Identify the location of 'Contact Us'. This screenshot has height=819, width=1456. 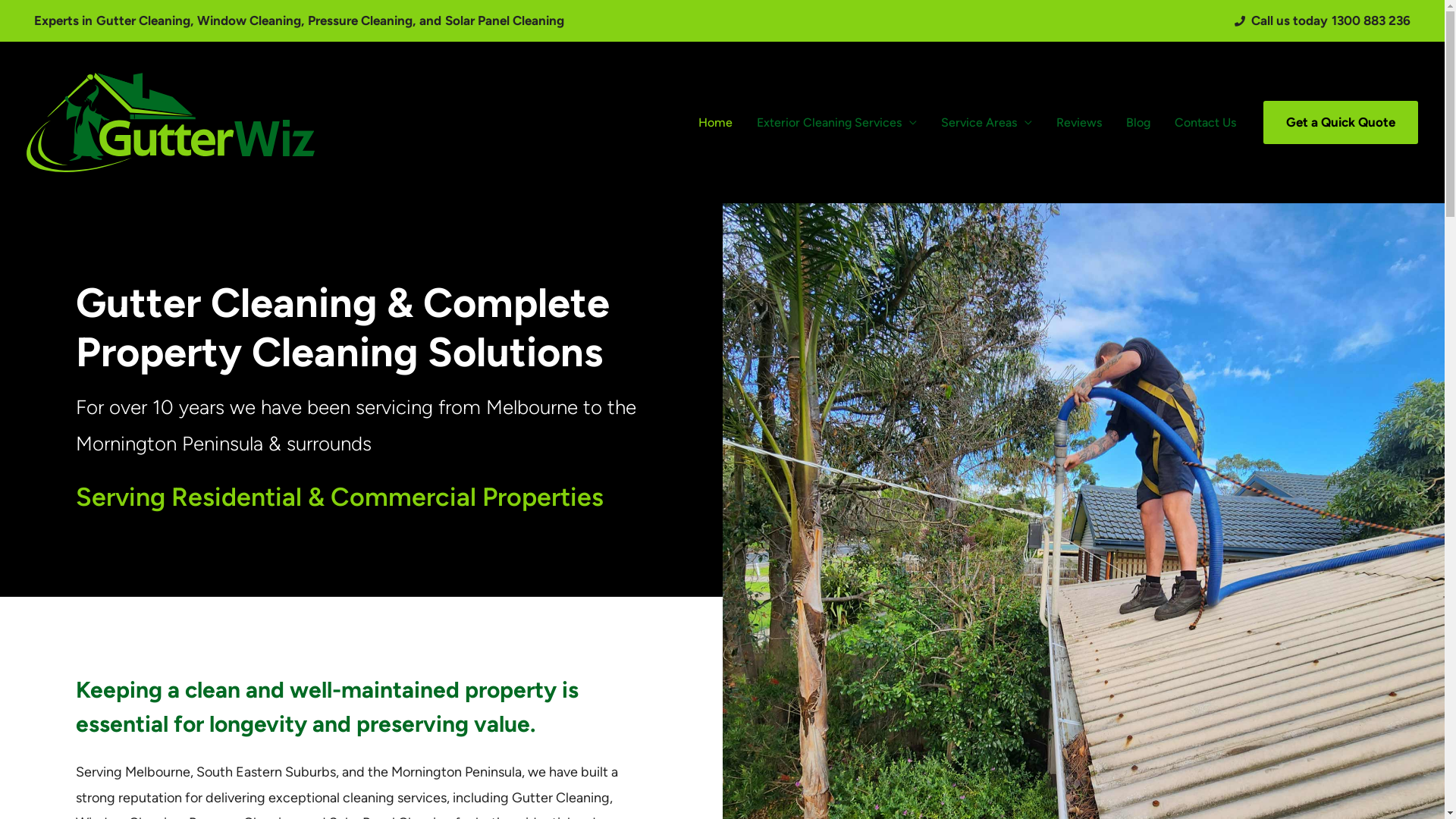
(1204, 121).